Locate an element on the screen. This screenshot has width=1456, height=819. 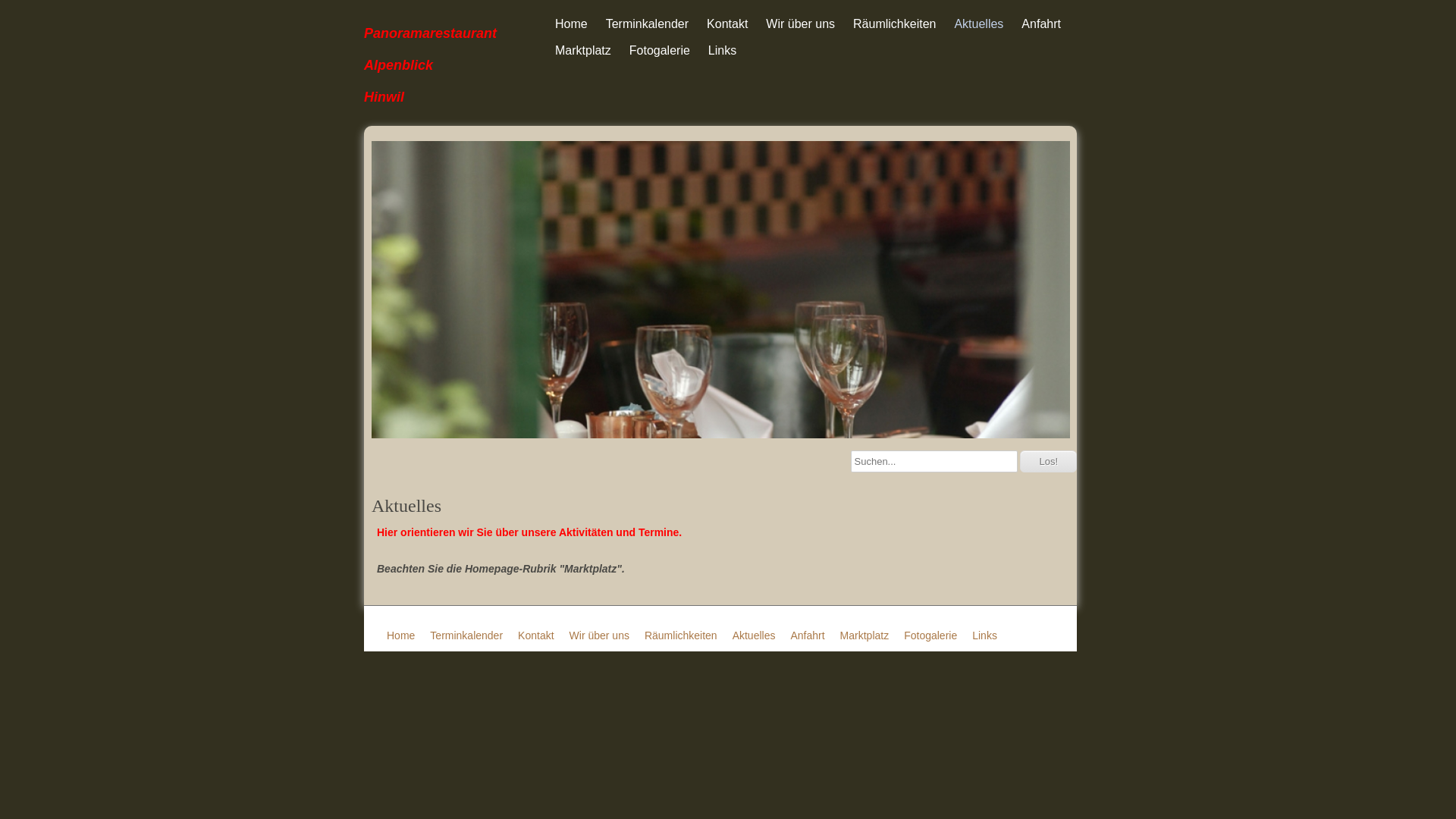
'Anfahrt' is located at coordinates (789, 635).